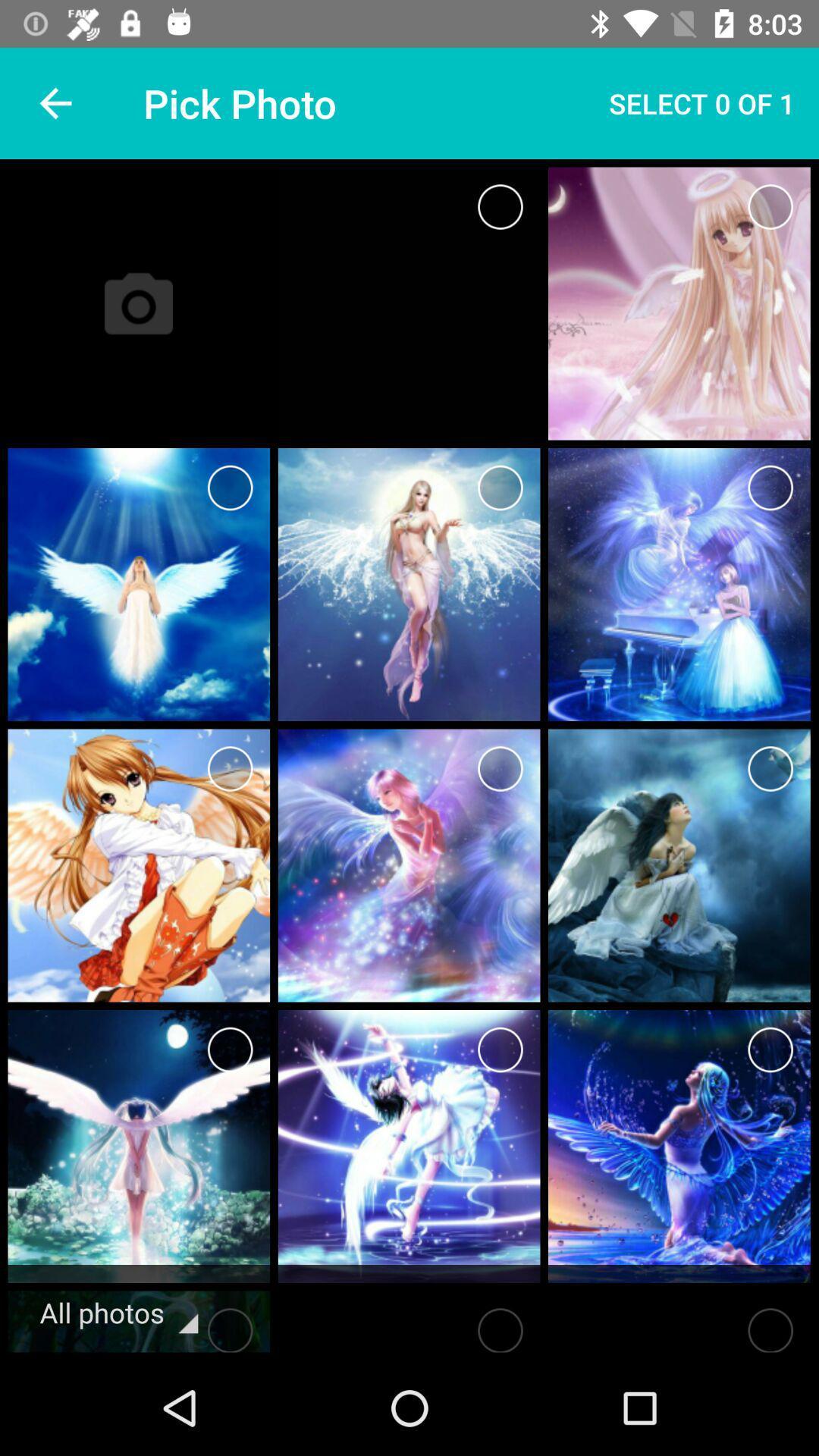 Image resolution: width=819 pixels, height=1456 pixels. Describe the element at coordinates (500, 488) in the screenshot. I see `the image` at that location.